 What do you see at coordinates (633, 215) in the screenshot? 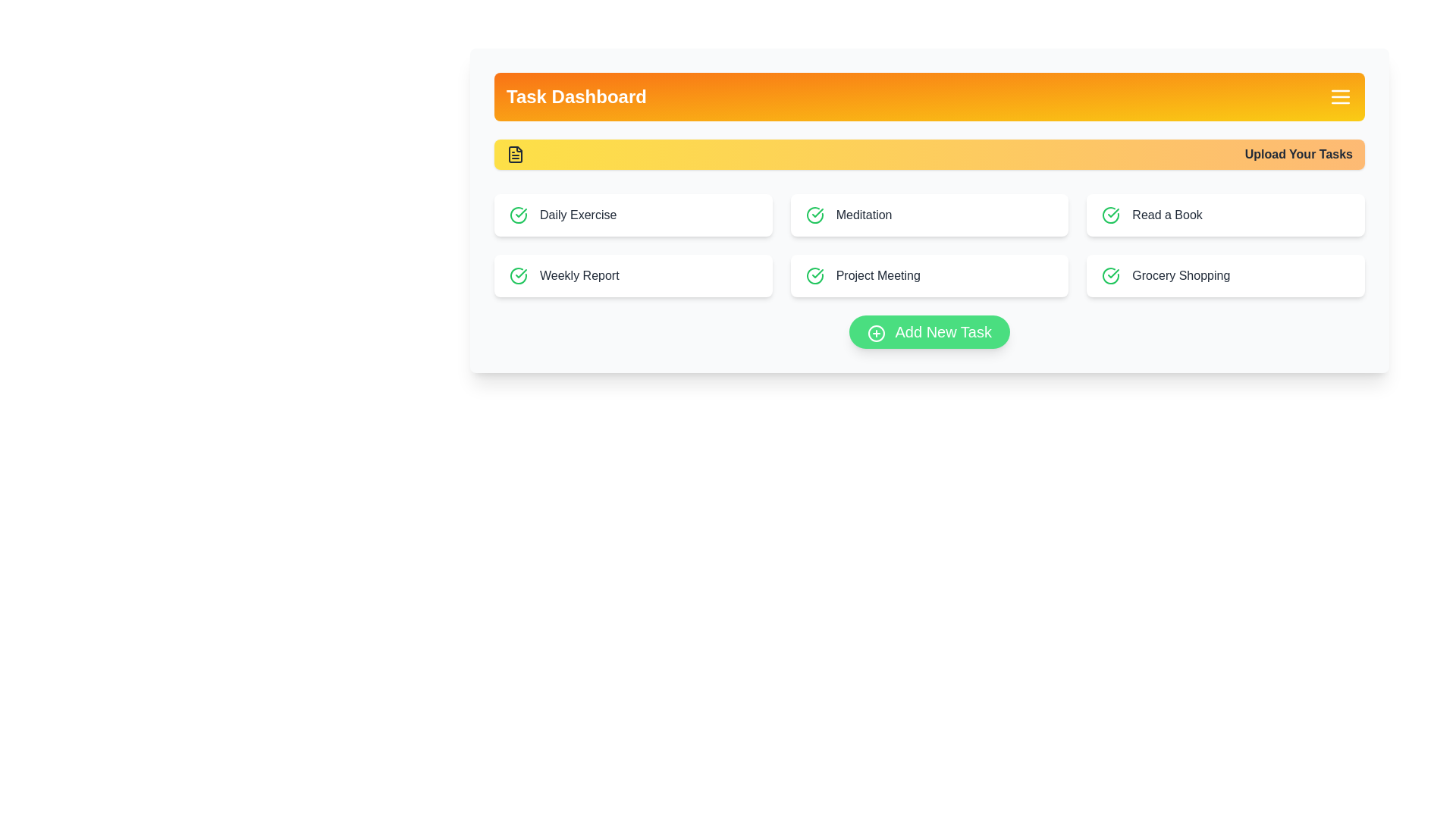
I see `the task 'Daily Exercise' from the task list` at bounding box center [633, 215].